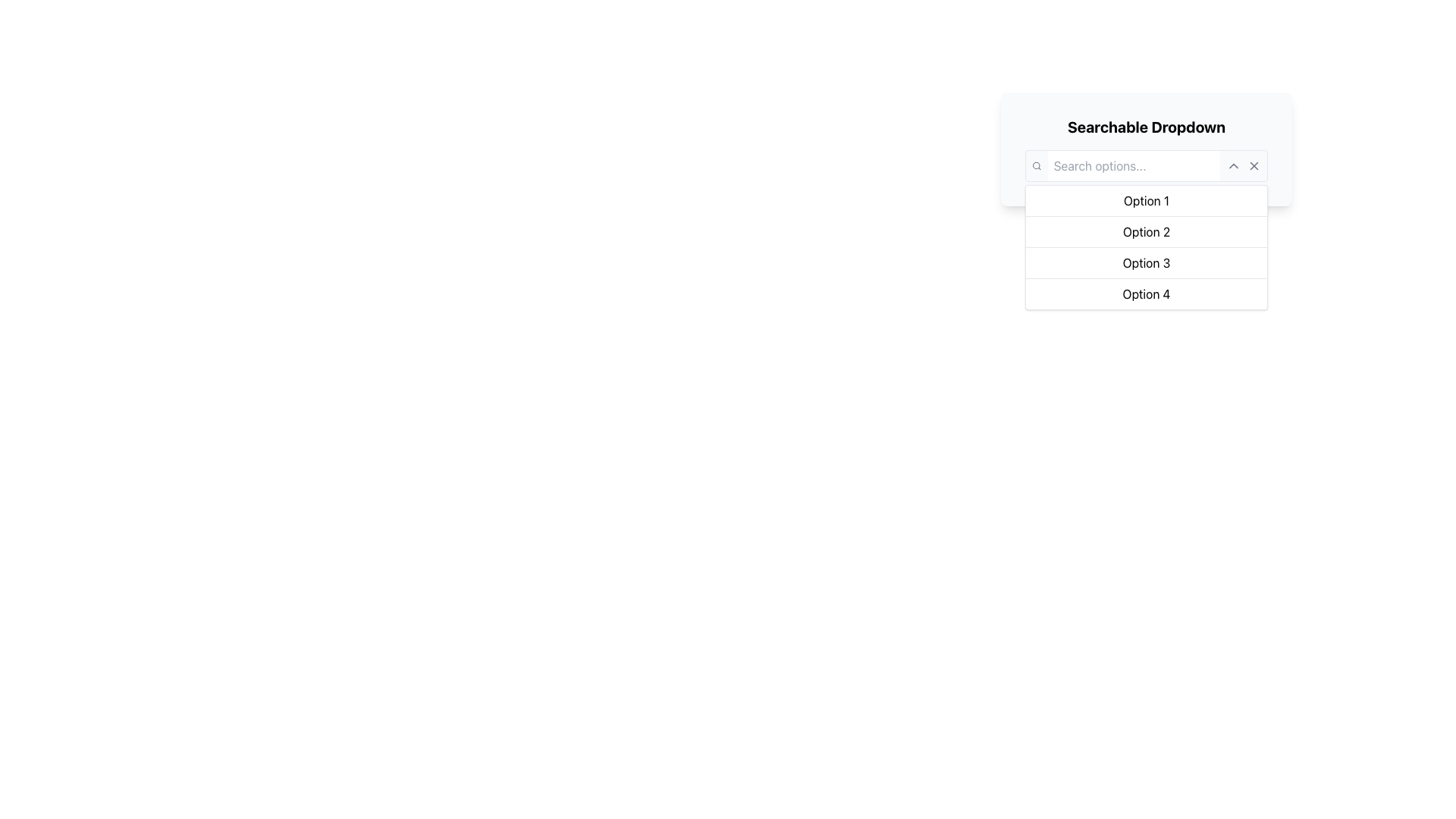  What do you see at coordinates (1147, 231) in the screenshot?
I see `the second option labeled 'Option 2' in the dropdown list below the 'Searchable Dropdown' search bar` at bounding box center [1147, 231].